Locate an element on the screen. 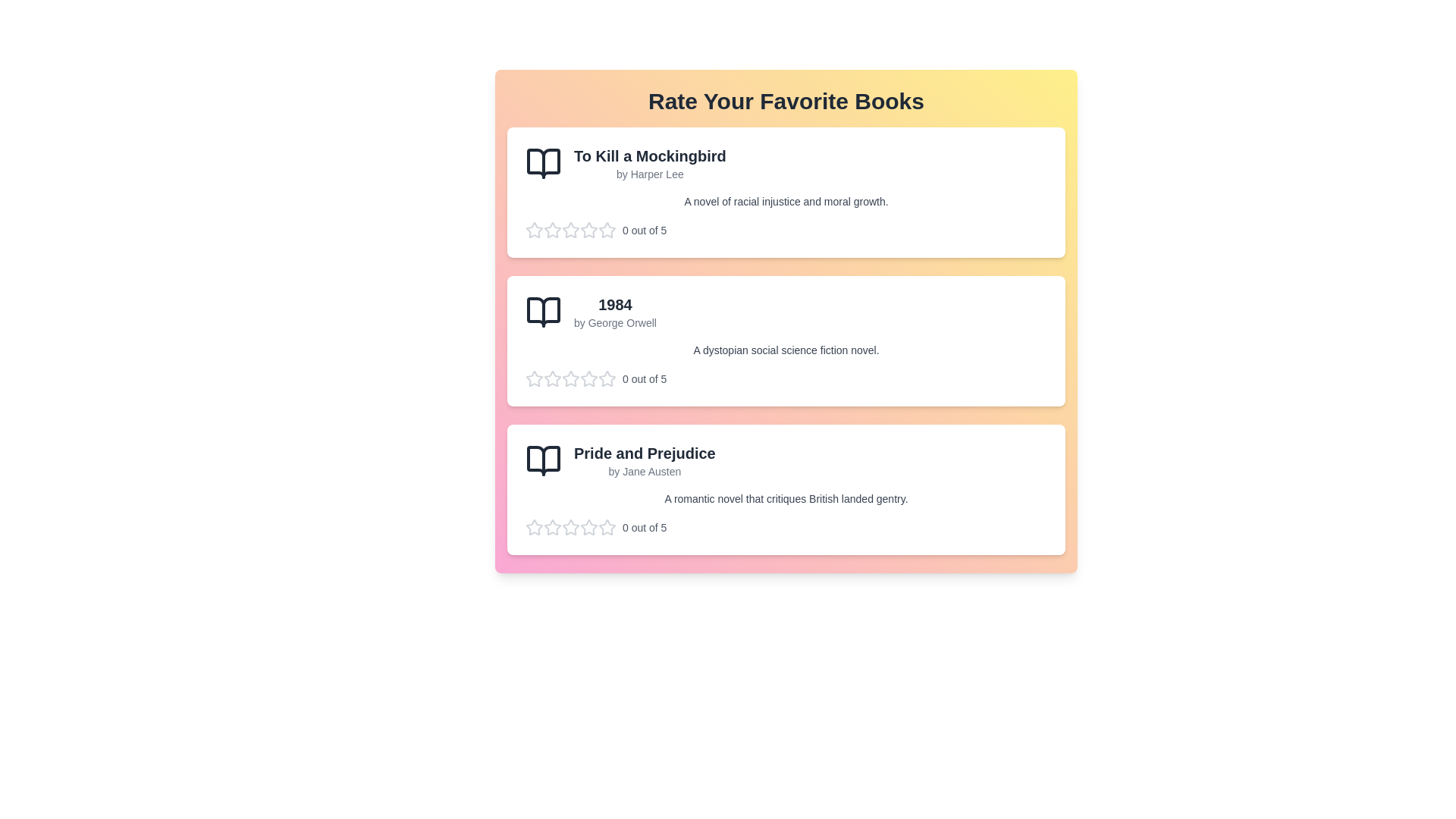 The width and height of the screenshot is (1456, 819). left half of the pages of the open book icon adjacent to the title '1984' for SVG properties is located at coordinates (543, 312).